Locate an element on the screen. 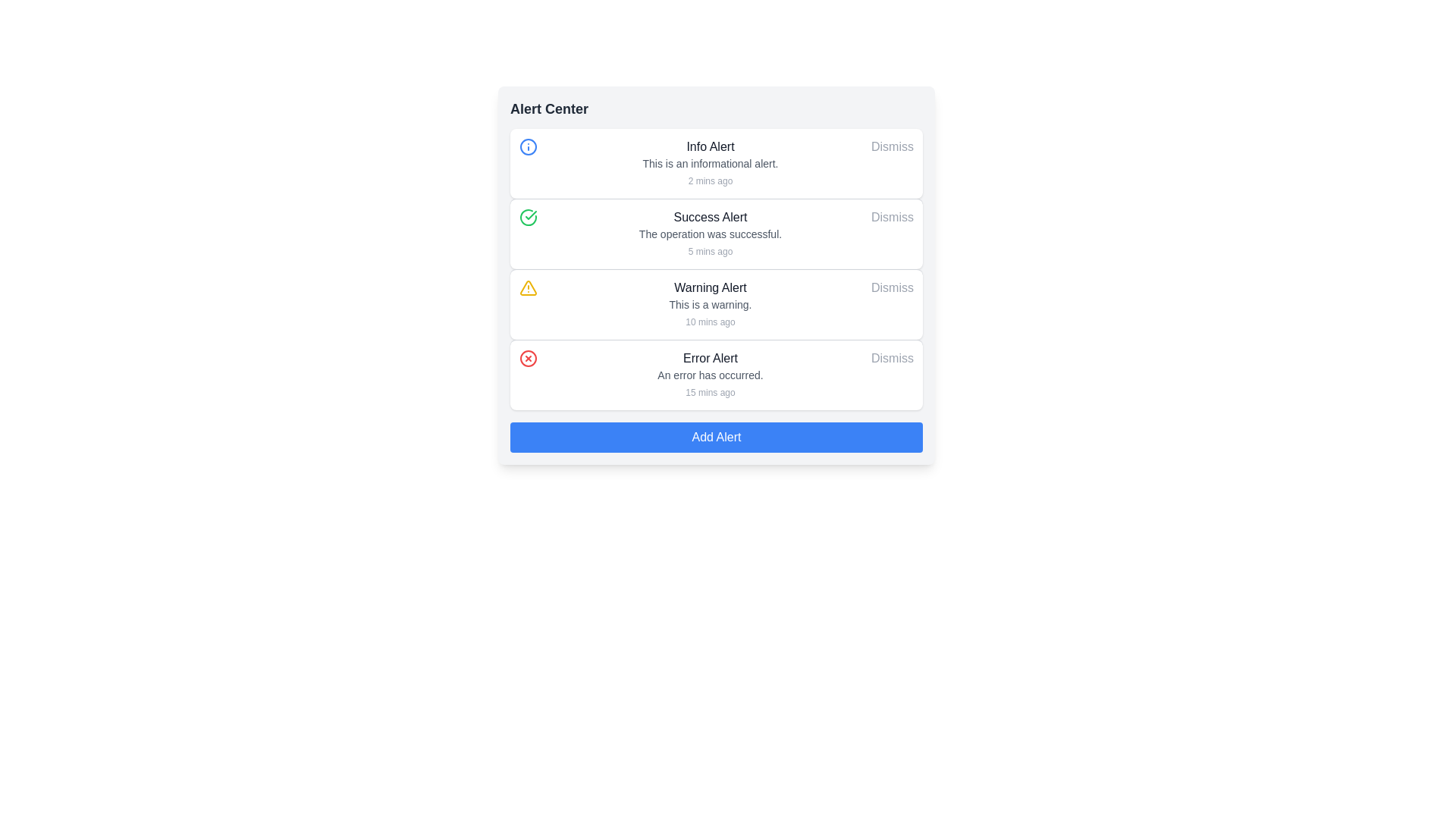 The width and height of the screenshot is (1456, 819). the warning icon located to the left of the 'Warning Alert' text content in the 'Alert Center' panel is located at coordinates (528, 288).